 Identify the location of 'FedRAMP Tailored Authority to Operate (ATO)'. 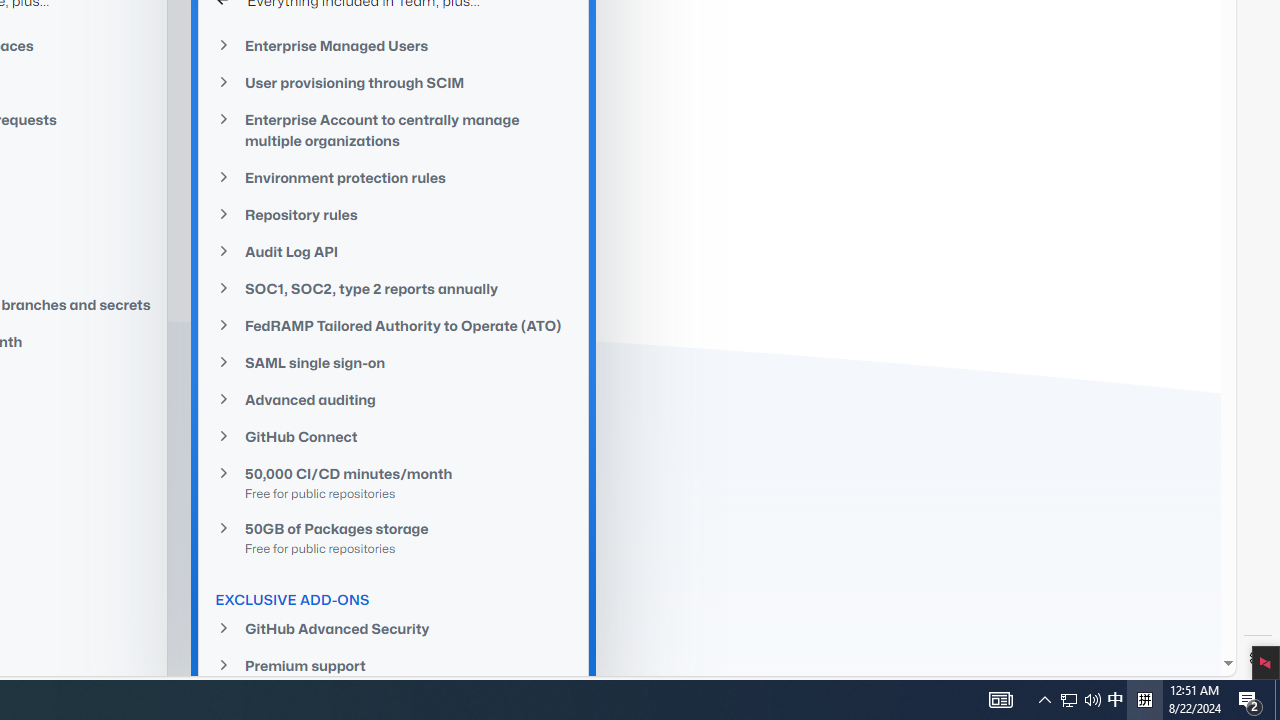
(394, 324).